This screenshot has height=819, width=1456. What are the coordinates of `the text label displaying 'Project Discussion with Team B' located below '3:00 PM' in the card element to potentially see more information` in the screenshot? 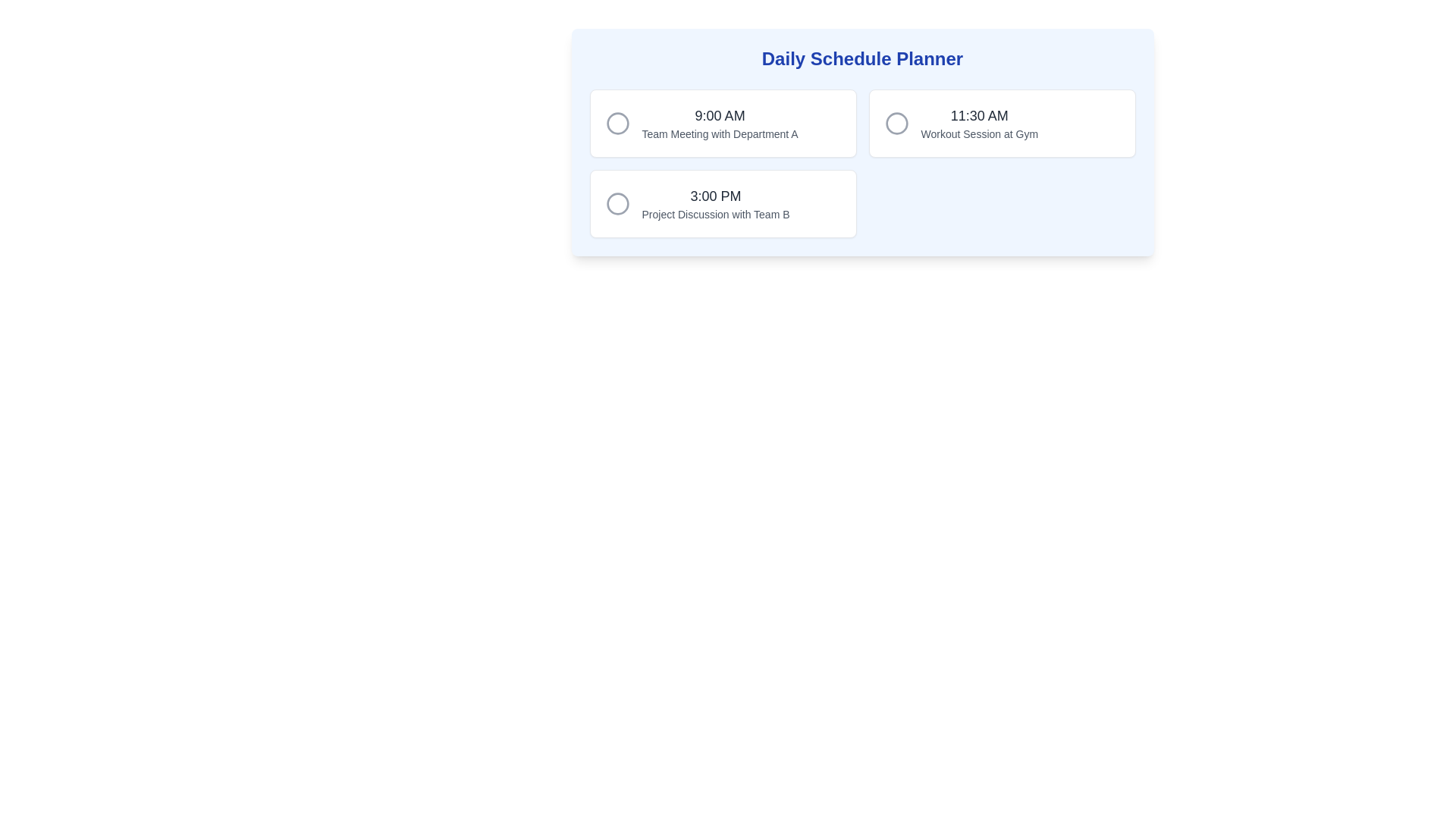 It's located at (715, 214).